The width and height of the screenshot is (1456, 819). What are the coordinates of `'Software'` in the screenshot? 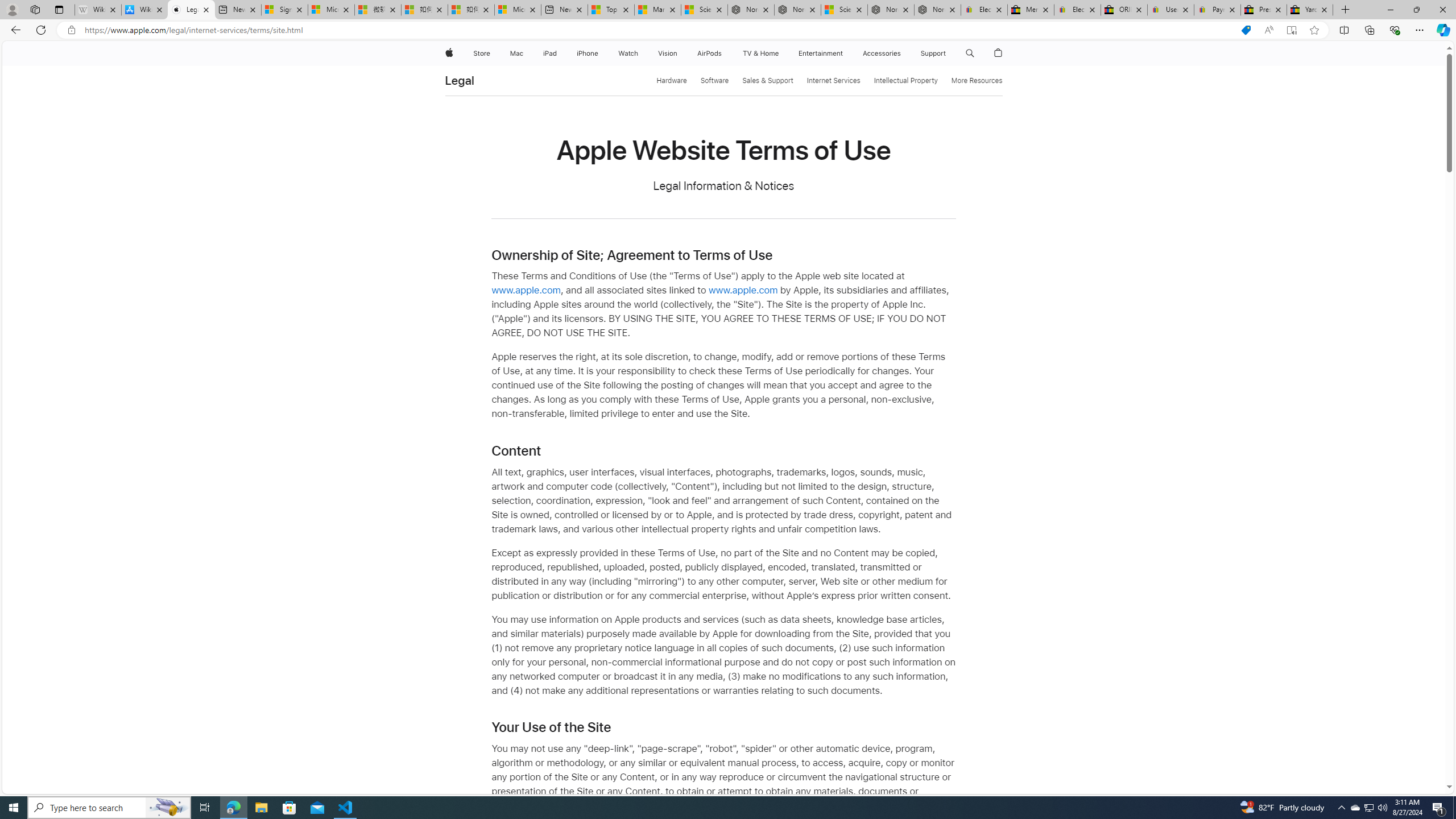 It's located at (714, 80).